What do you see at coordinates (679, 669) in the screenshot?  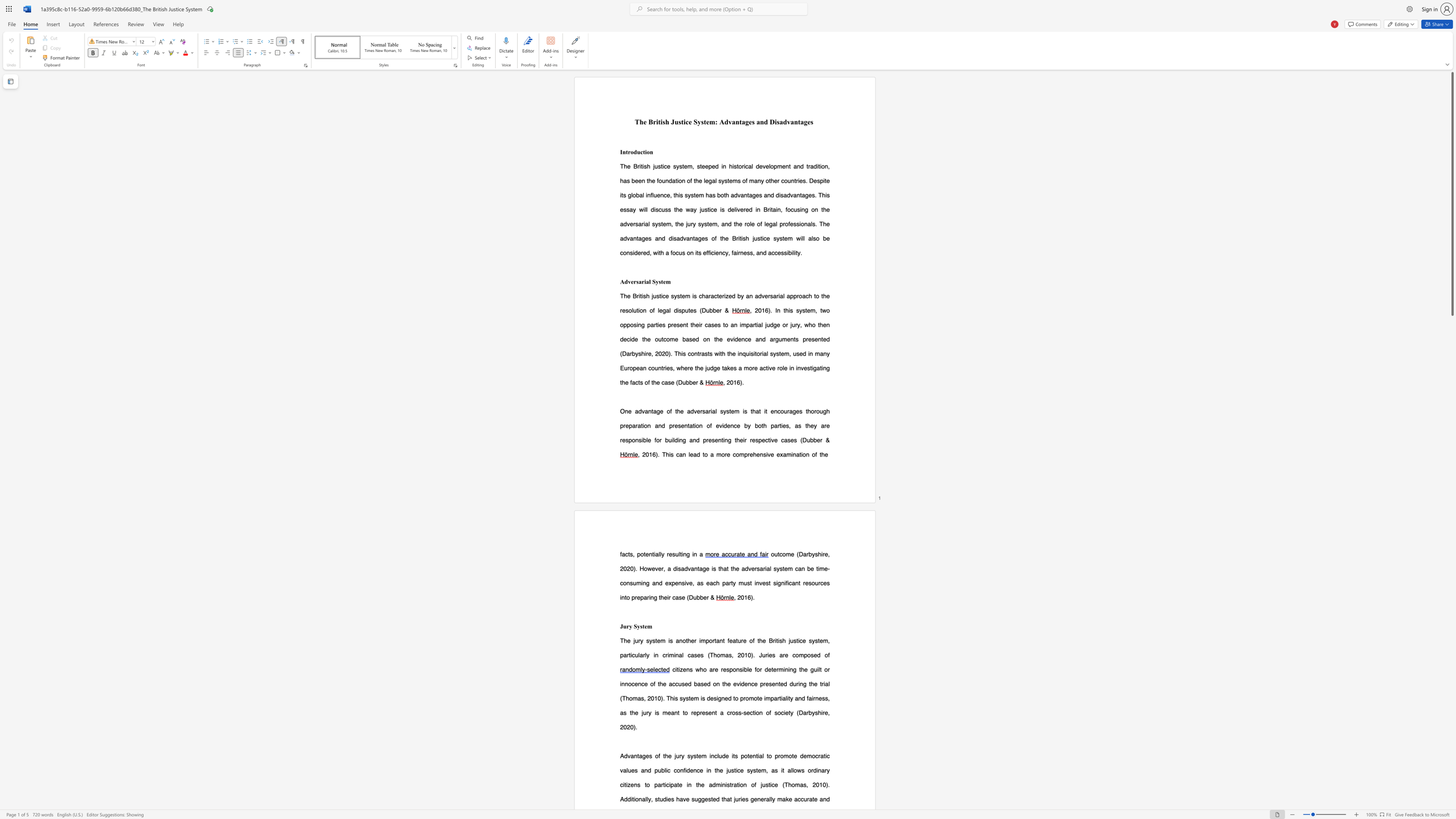 I see `the 2th character "i" in the text` at bounding box center [679, 669].